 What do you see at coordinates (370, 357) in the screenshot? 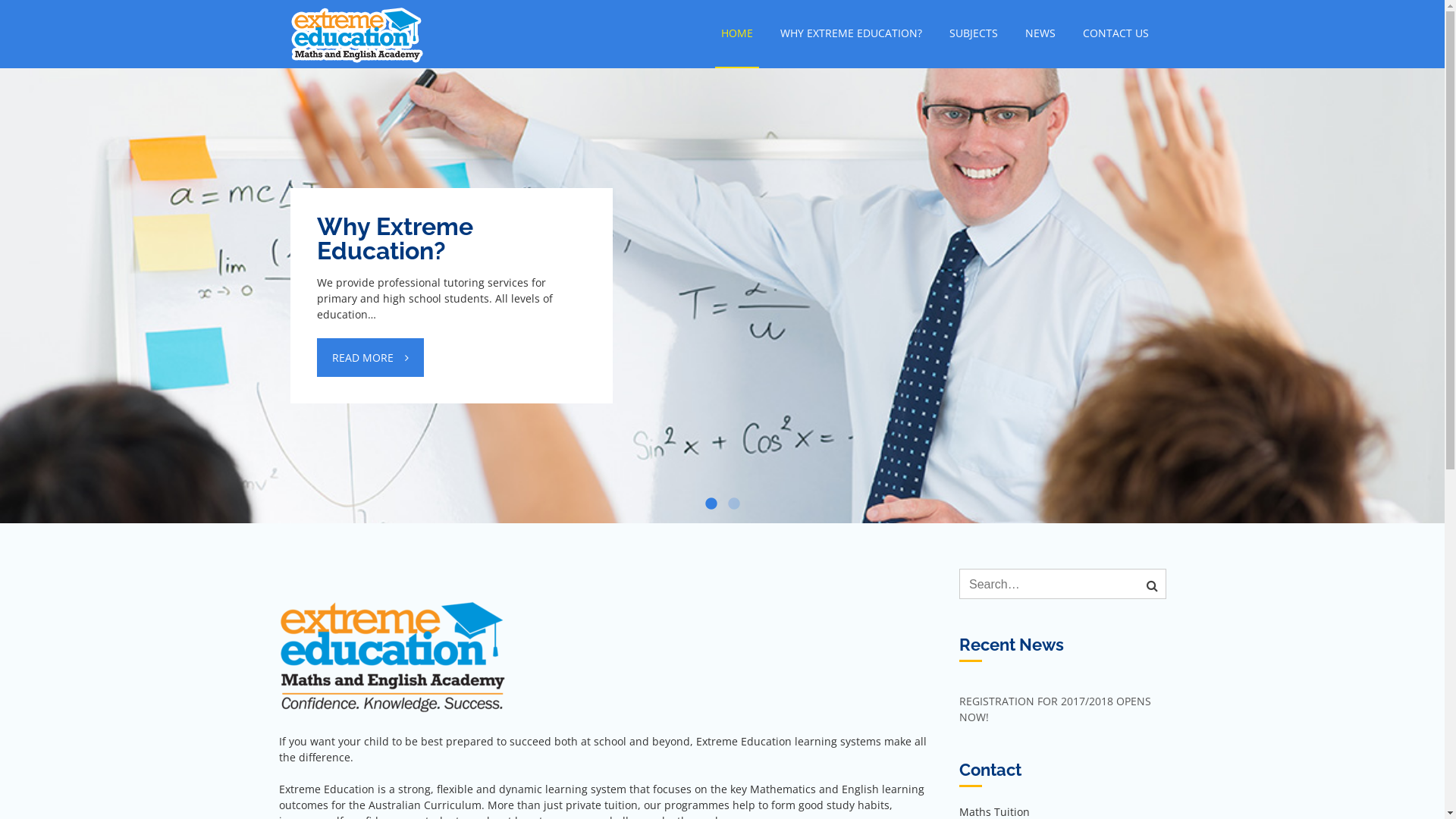
I see `'READ MORE'` at bounding box center [370, 357].